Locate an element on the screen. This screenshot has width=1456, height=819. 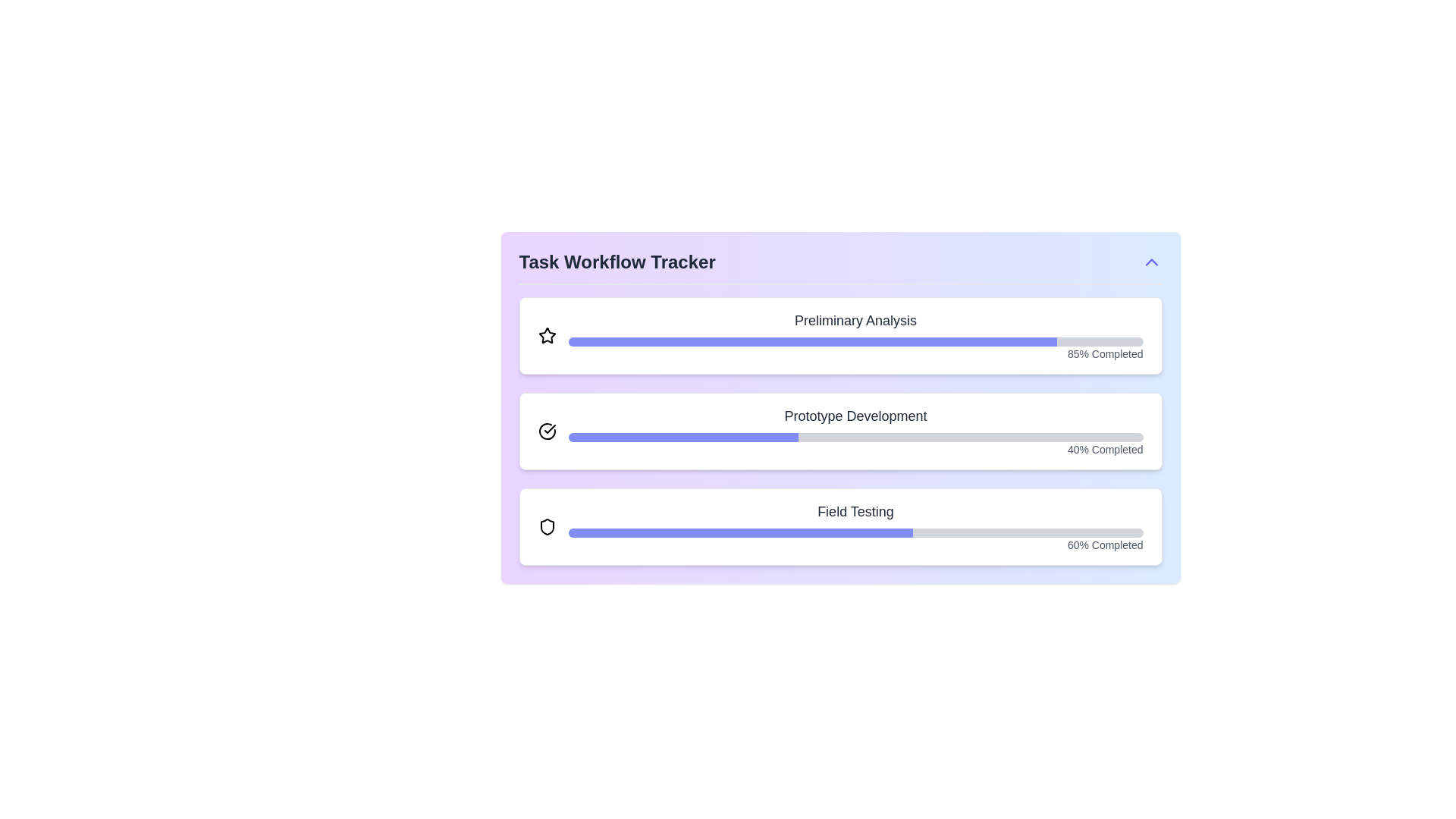
blue filled portion of the progress bar located below the text 'Preliminary Analysis', indicating 85% progress is located at coordinates (811, 342).